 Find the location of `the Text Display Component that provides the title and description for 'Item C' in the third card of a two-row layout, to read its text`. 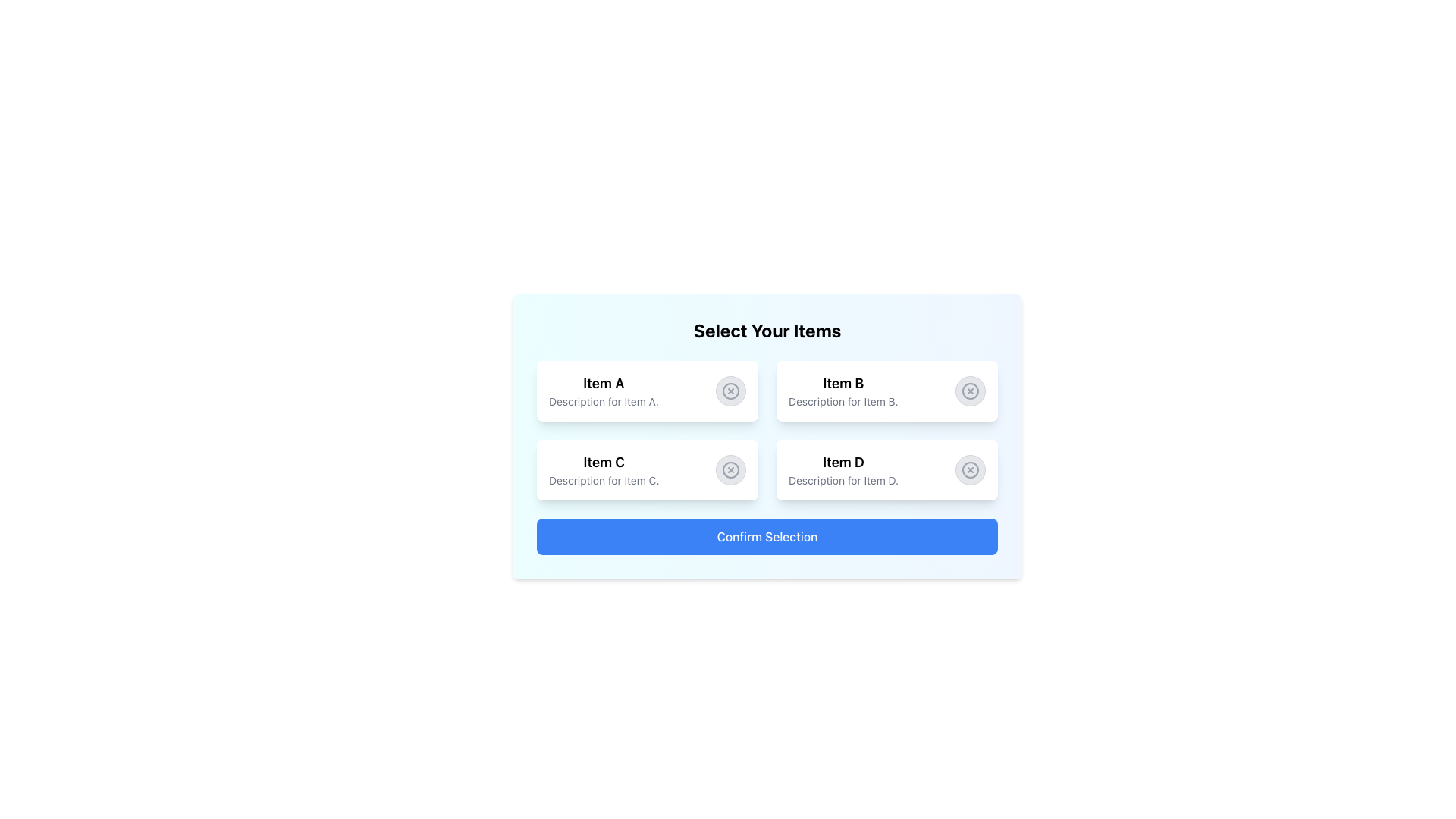

the Text Display Component that provides the title and description for 'Item C' in the third card of a two-row layout, to read its text is located at coordinates (603, 469).